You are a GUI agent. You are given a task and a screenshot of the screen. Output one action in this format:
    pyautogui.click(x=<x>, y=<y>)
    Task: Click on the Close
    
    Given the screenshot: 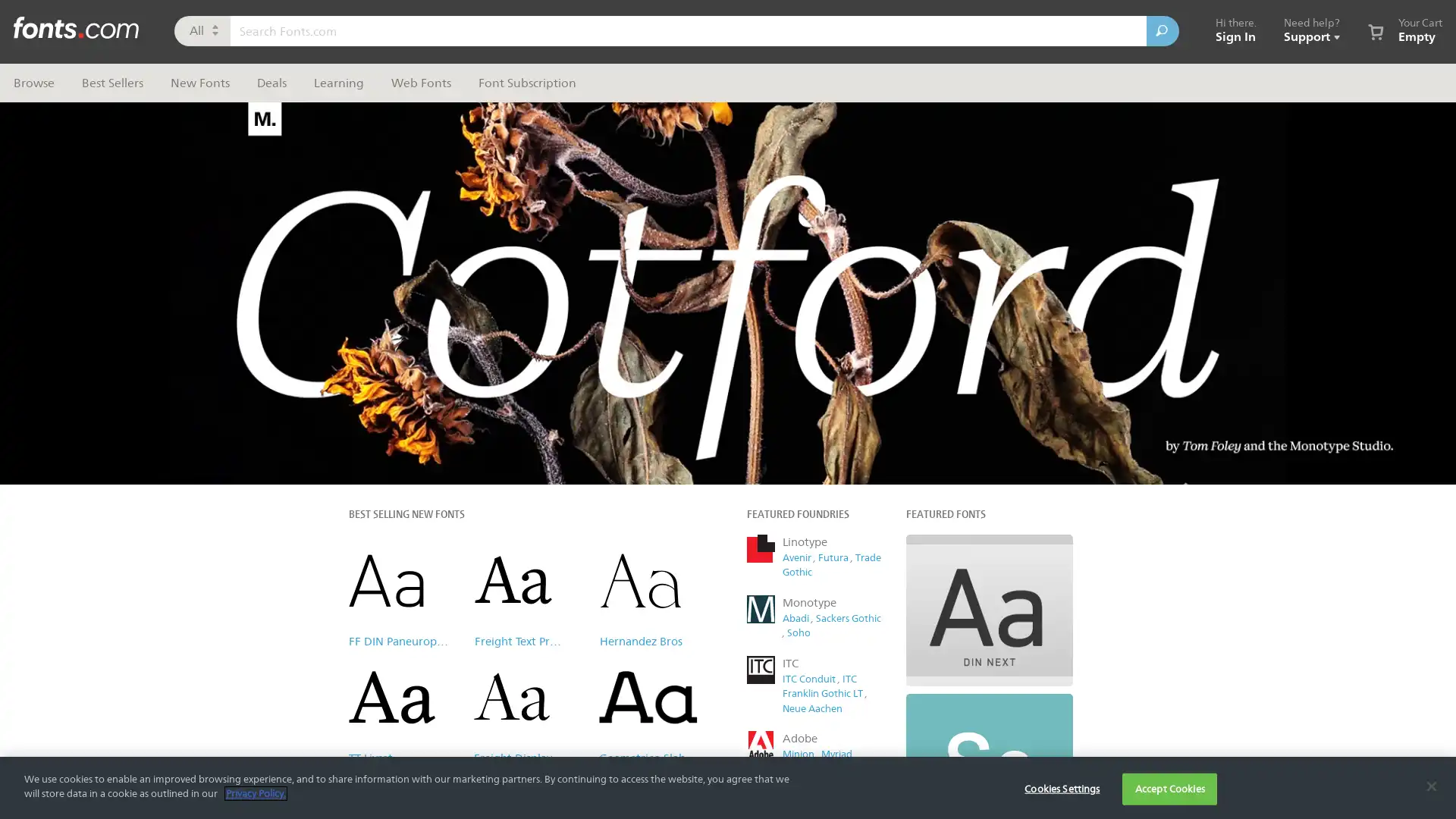 What is the action you would take?
    pyautogui.click(x=1012, y=109)
    